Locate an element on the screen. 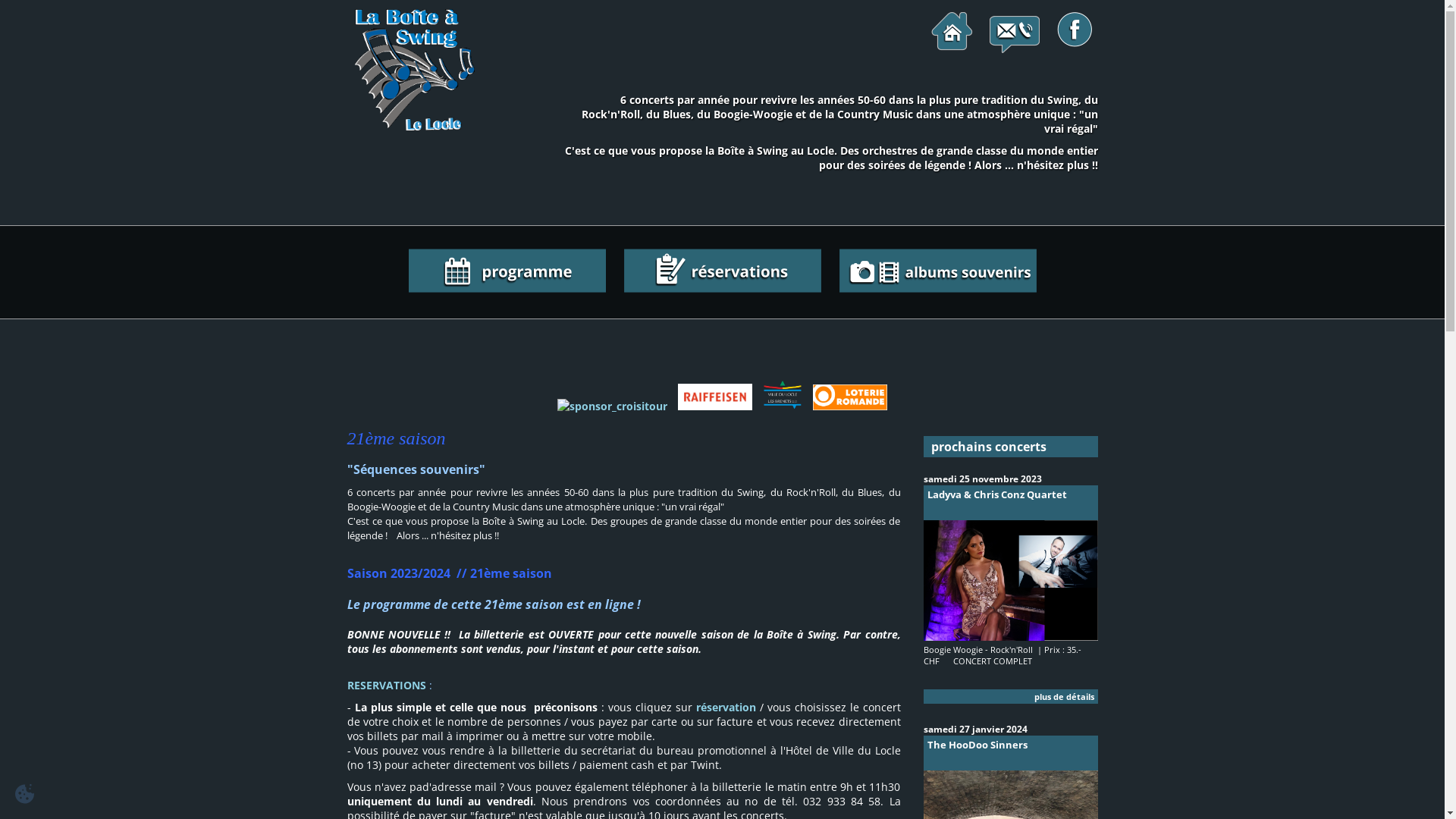  'RESERVATIONS' is located at coordinates (346, 685).